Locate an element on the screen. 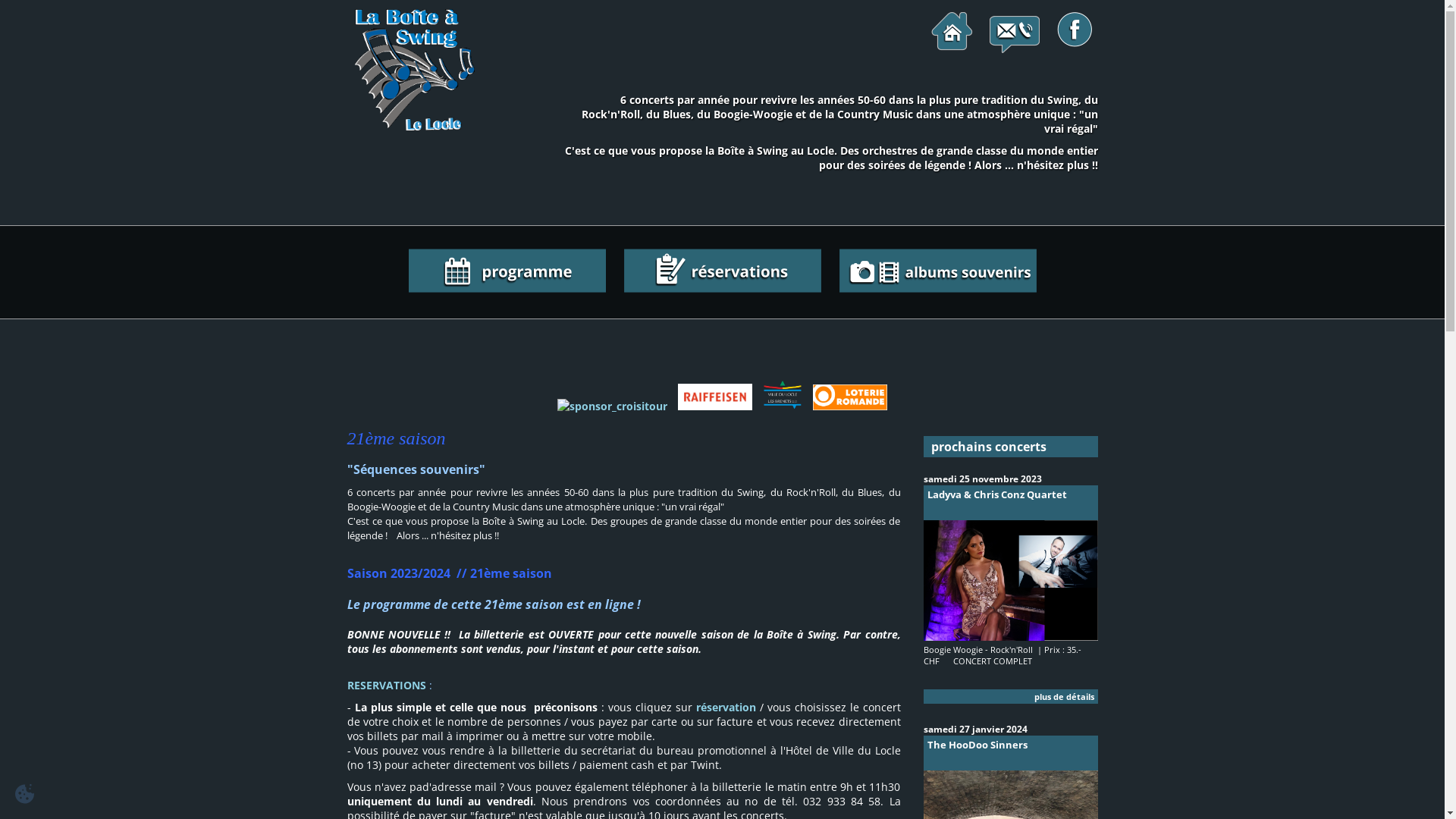  'RESERVATIONS' is located at coordinates (346, 685).